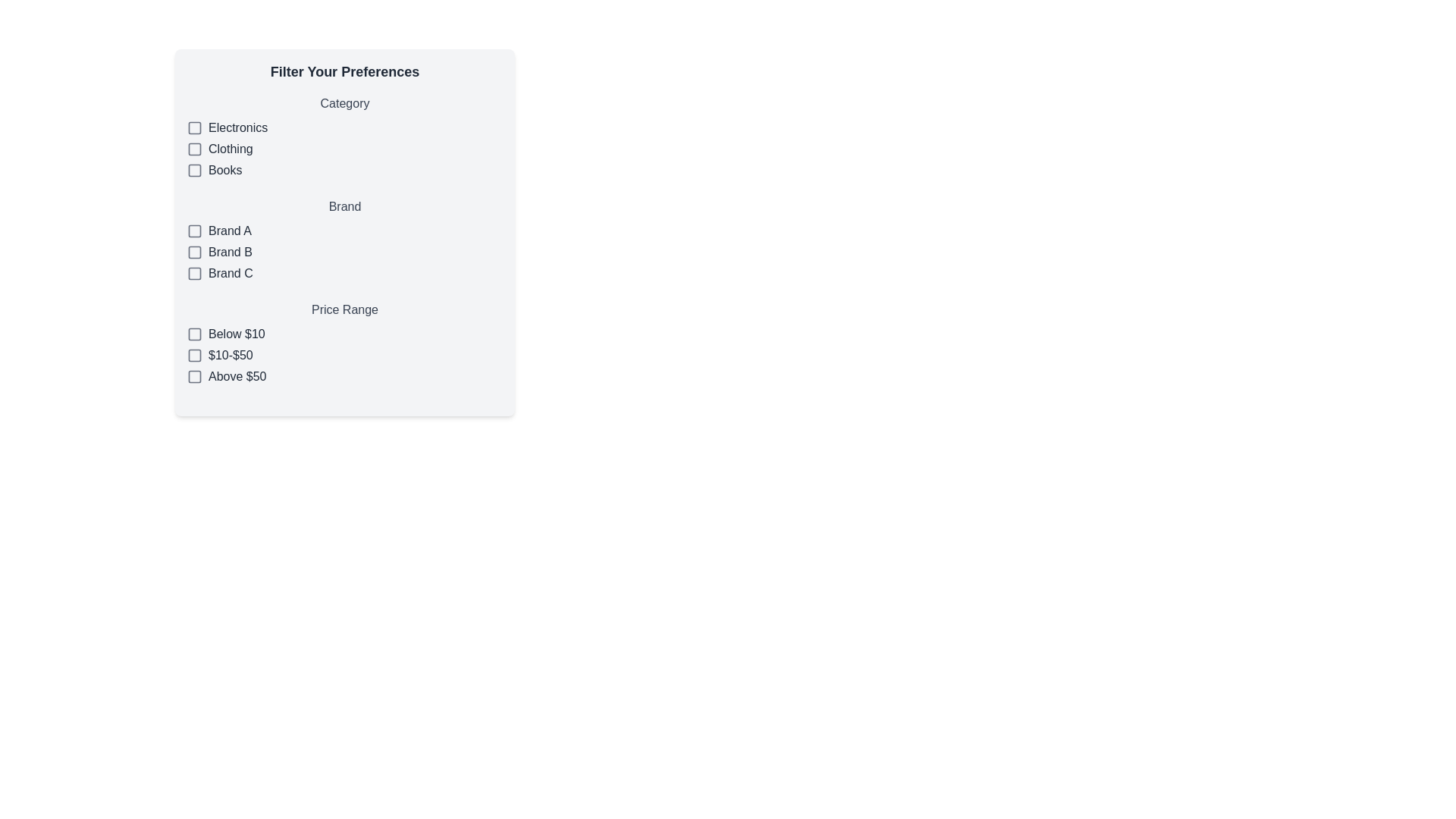 The image size is (1456, 819). Describe the element at coordinates (194, 333) in the screenshot. I see `the empty checkbox located in the 'Price Range' section under the 'Below $10' label` at that location.